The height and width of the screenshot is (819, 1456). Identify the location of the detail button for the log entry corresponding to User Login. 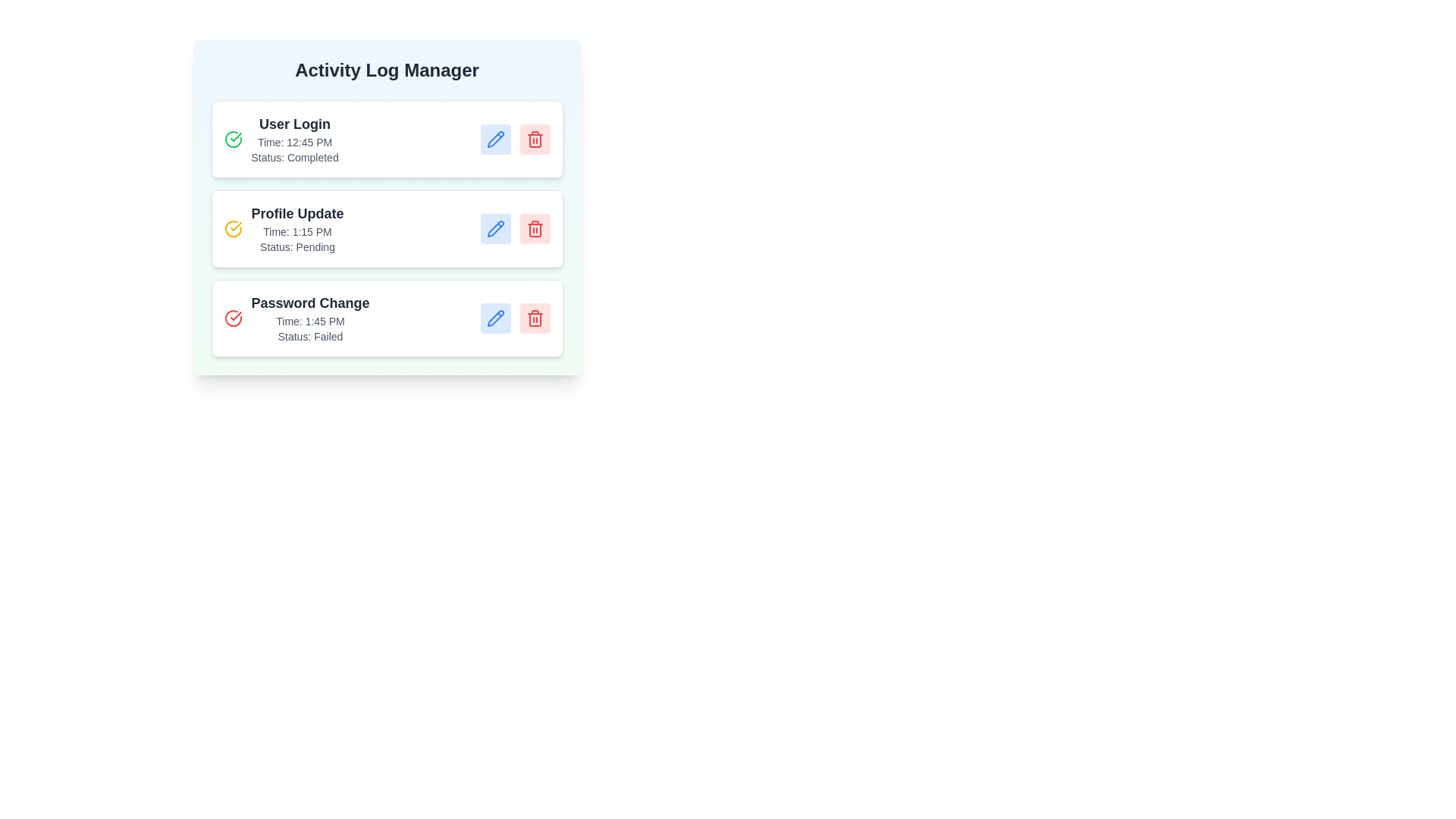
(495, 140).